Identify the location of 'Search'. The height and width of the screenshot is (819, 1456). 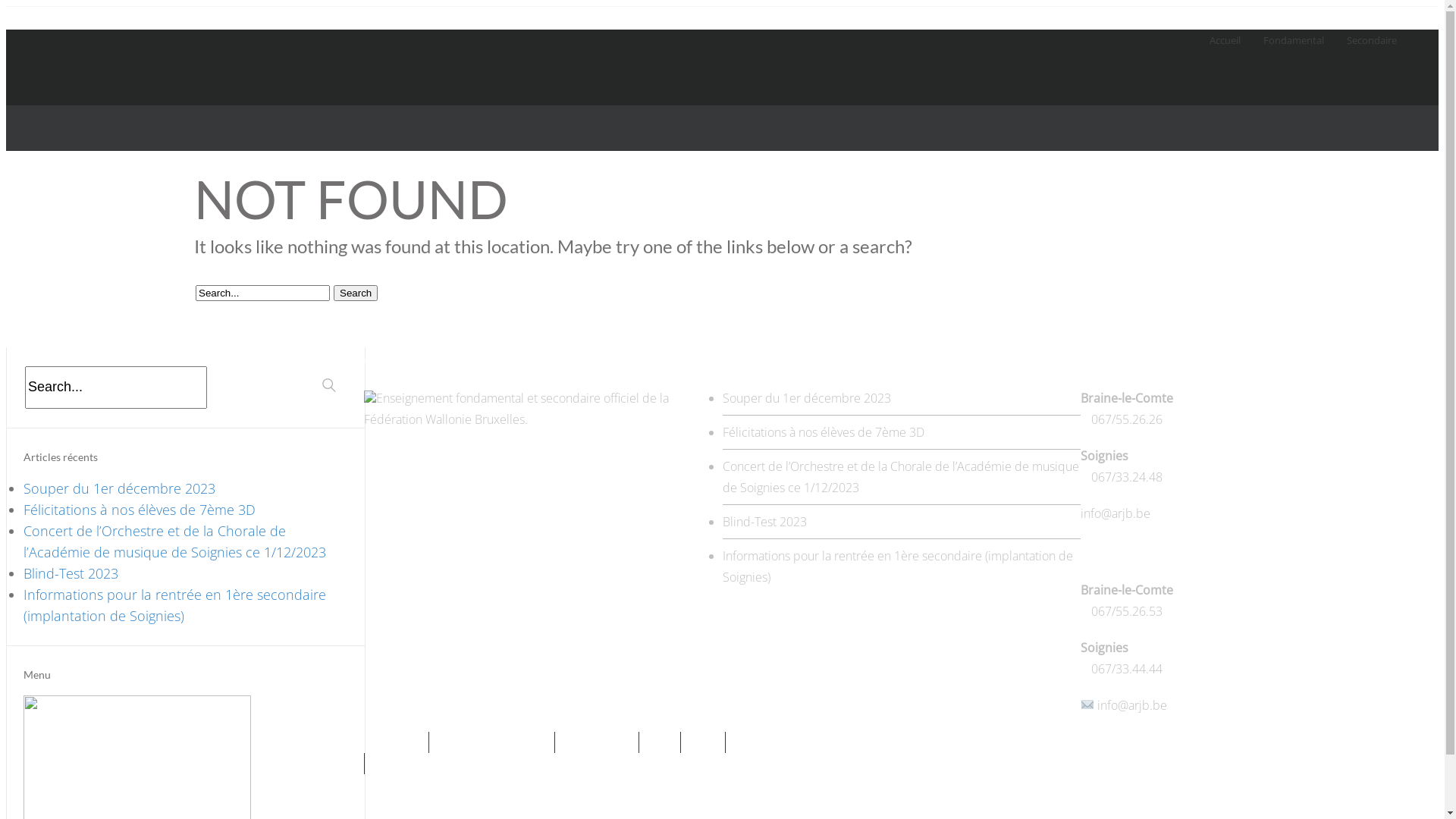
(333, 293).